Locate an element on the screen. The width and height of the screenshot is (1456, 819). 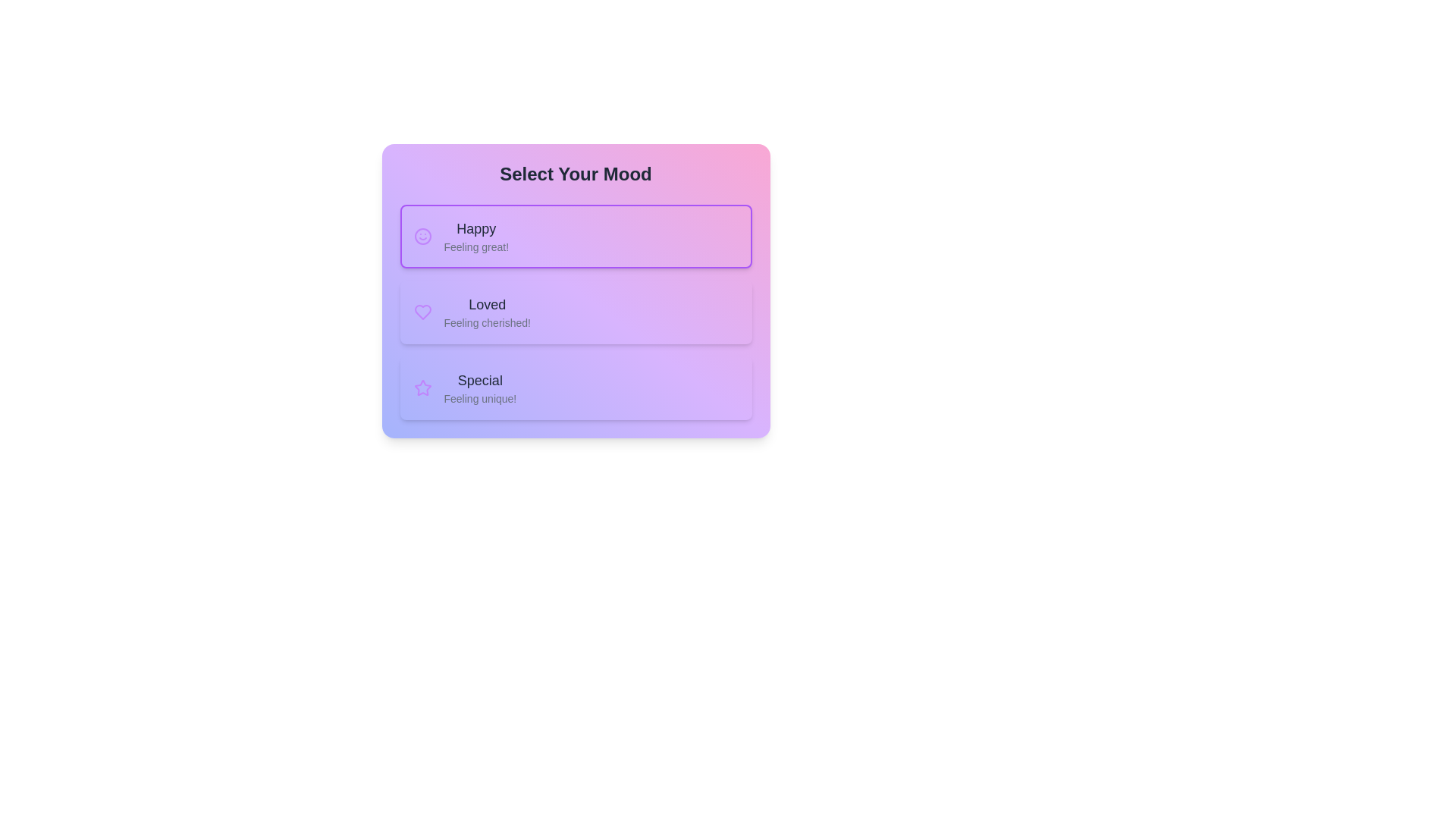
the surrounding button for selection of the mood choice labeled 'Happy' in the vertically stacked selection box titled 'Select Your Mood' is located at coordinates (475, 237).